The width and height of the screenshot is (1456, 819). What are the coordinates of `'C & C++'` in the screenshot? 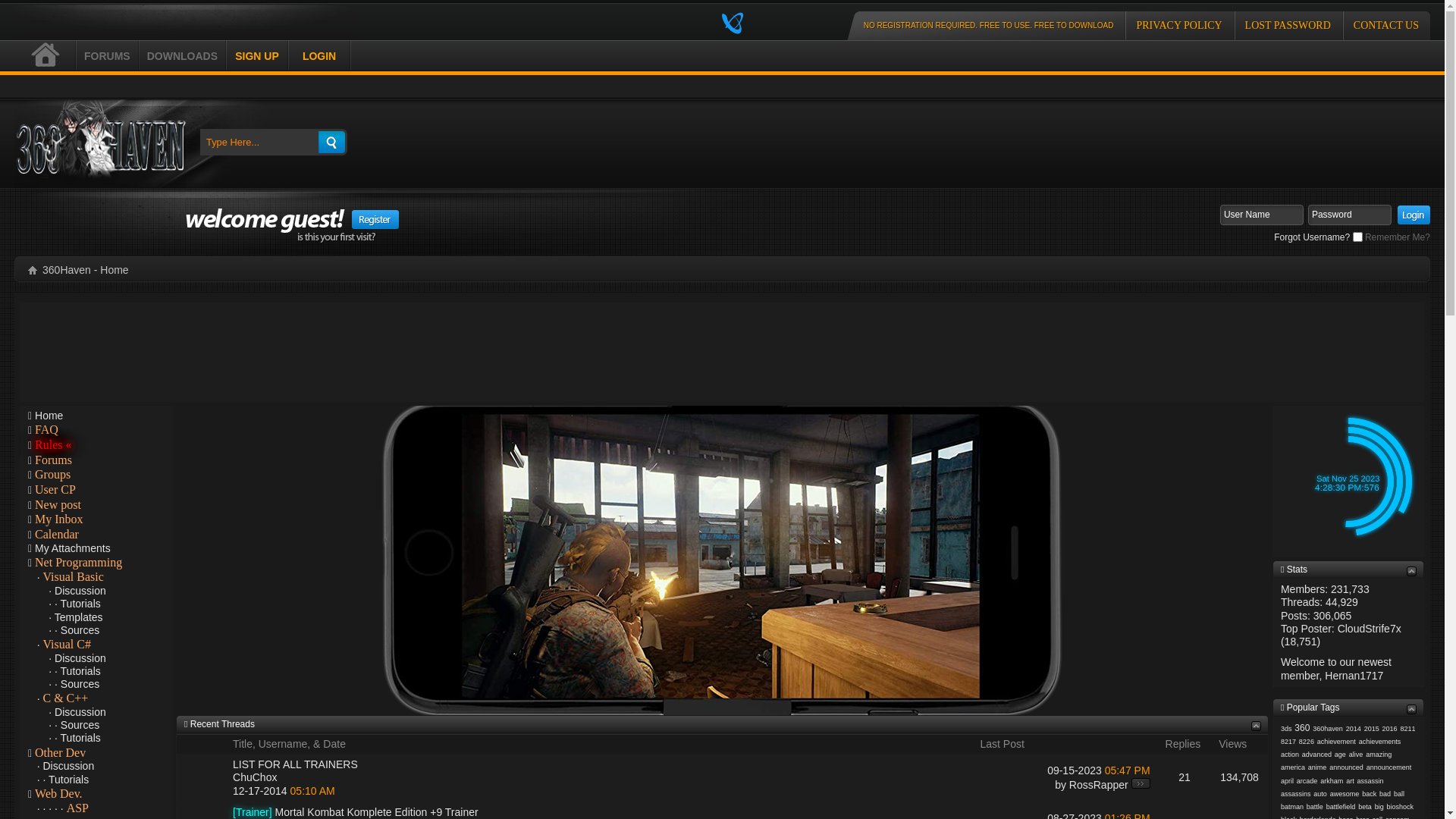 It's located at (64, 698).